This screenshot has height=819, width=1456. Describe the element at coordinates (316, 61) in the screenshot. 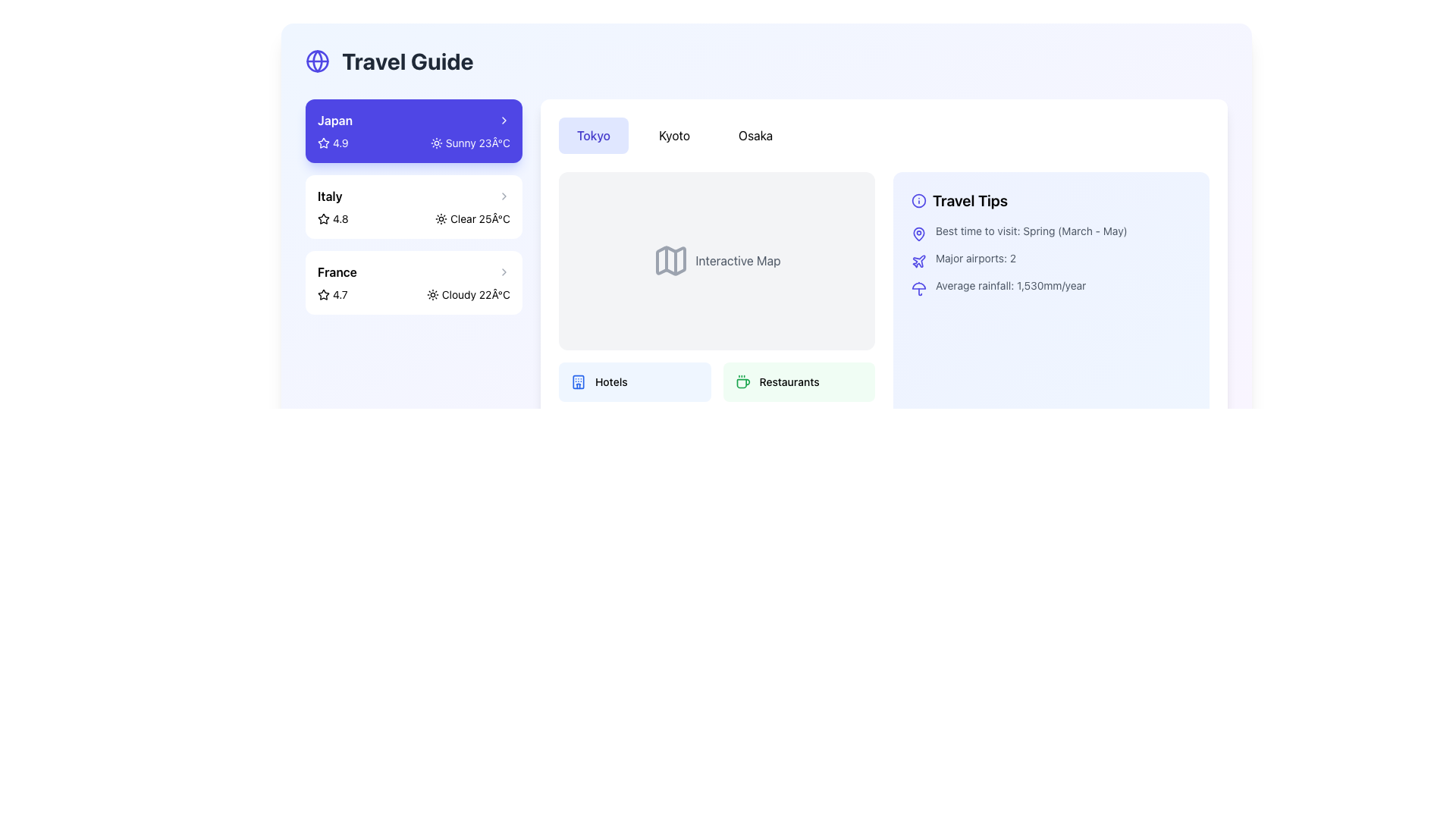

I see `the globe icon located at the left-most side of the header section, next to the 'Travel Guide' title` at that location.